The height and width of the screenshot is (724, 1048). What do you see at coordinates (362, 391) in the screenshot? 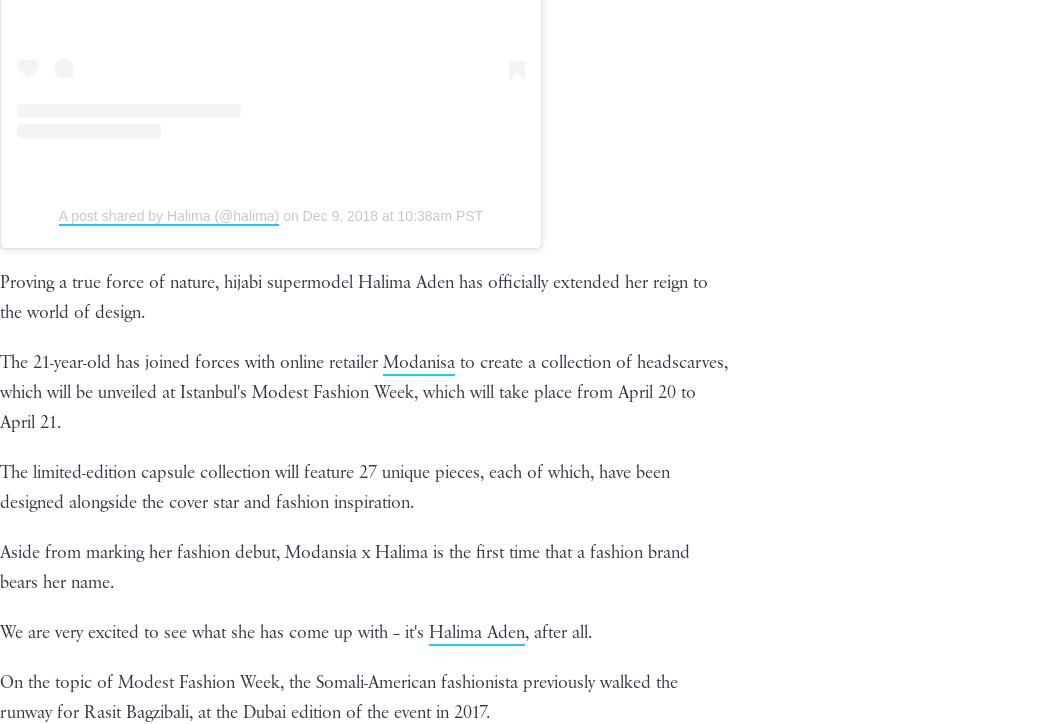
I see `'to create a collection of headscarves, which will be unveiled at Istanbul's Modest Fashion Week, which will take place from April 20 to April 21.'` at bounding box center [362, 391].